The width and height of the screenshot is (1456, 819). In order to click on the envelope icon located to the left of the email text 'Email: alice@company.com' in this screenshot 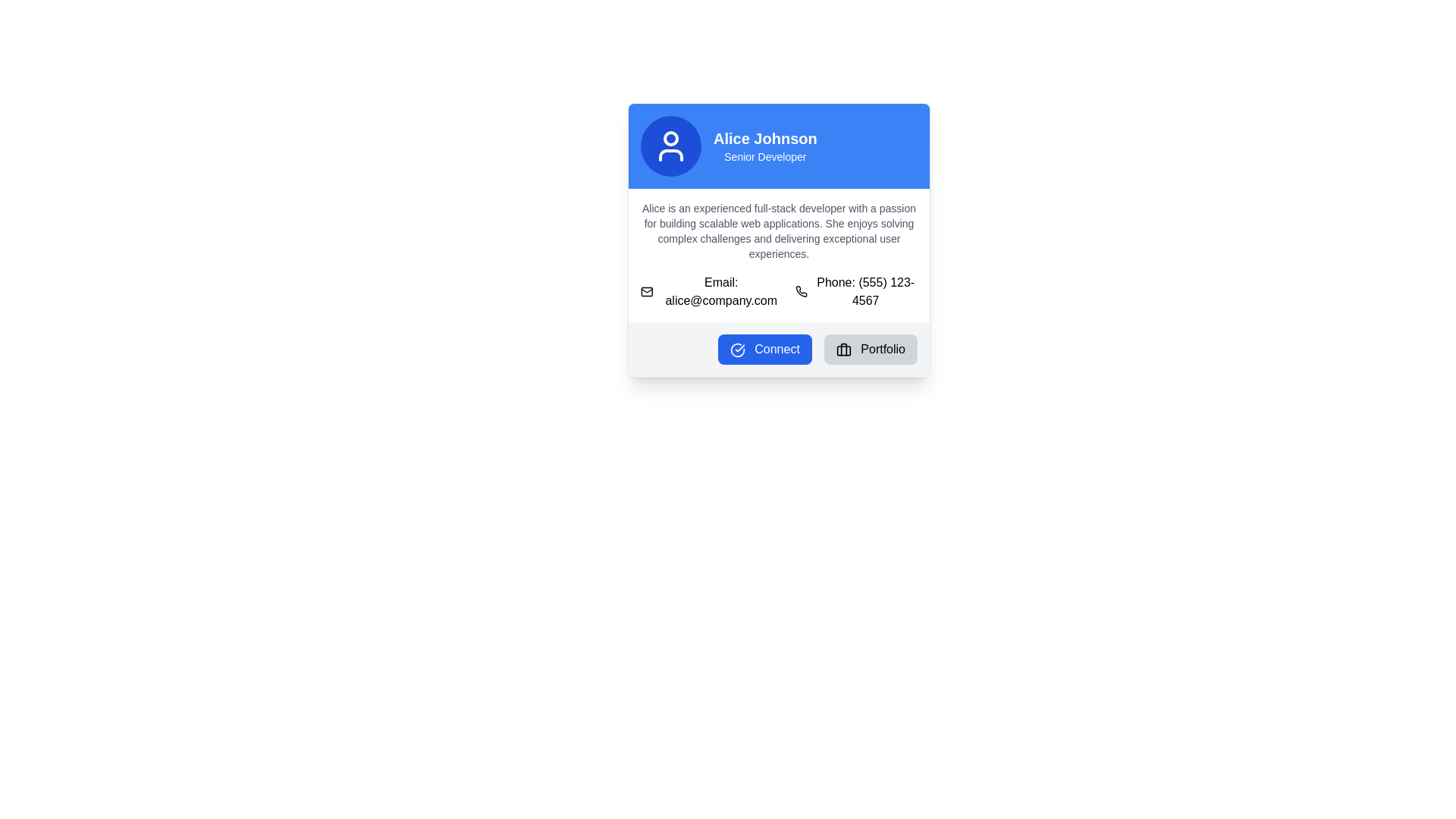, I will do `click(647, 292)`.